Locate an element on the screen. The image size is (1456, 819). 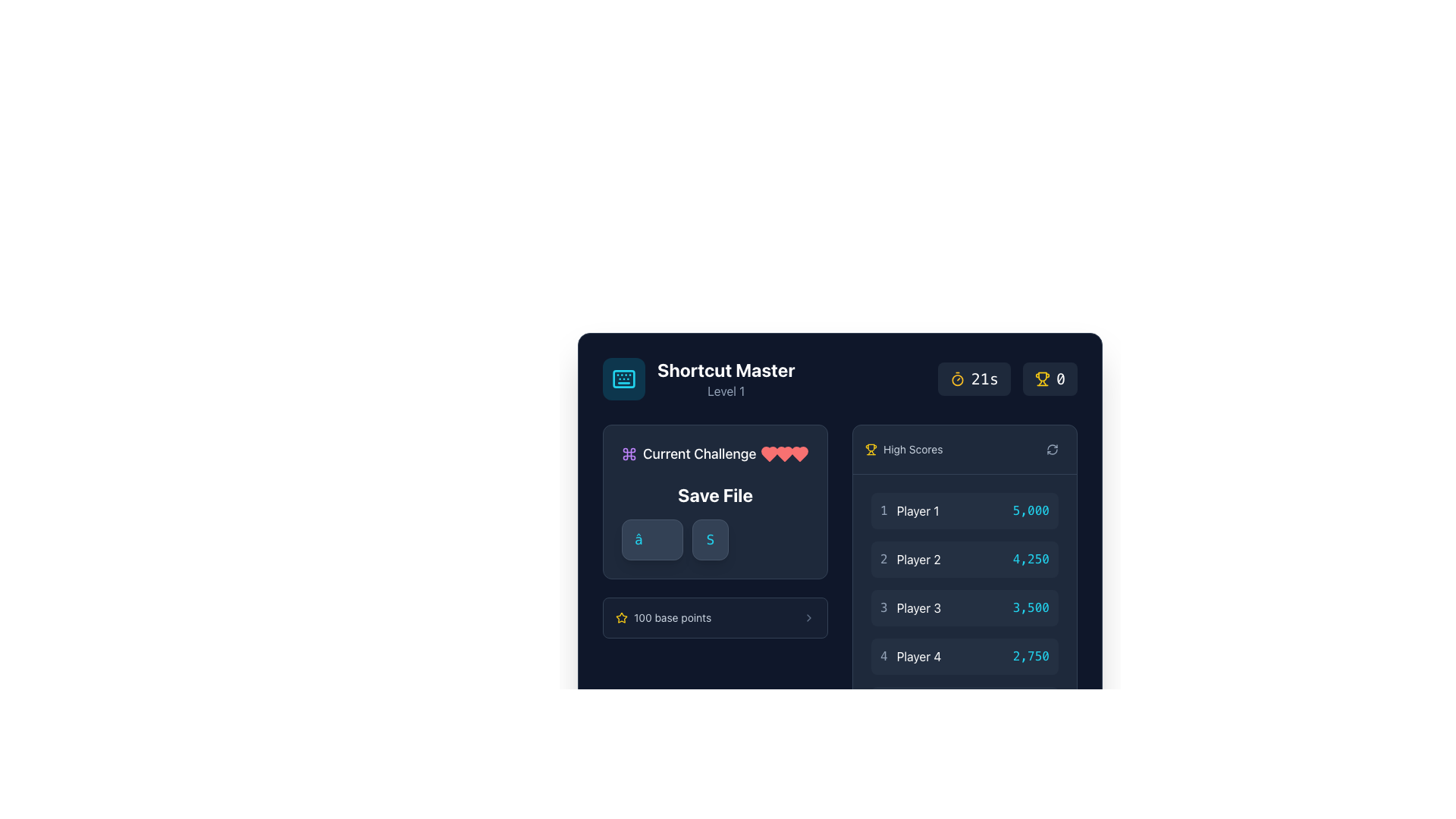
the Text display component that shows the number '2' and the text 'Player 2' in the High Scores section, which is the second entry in the list is located at coordinates (910, 559).